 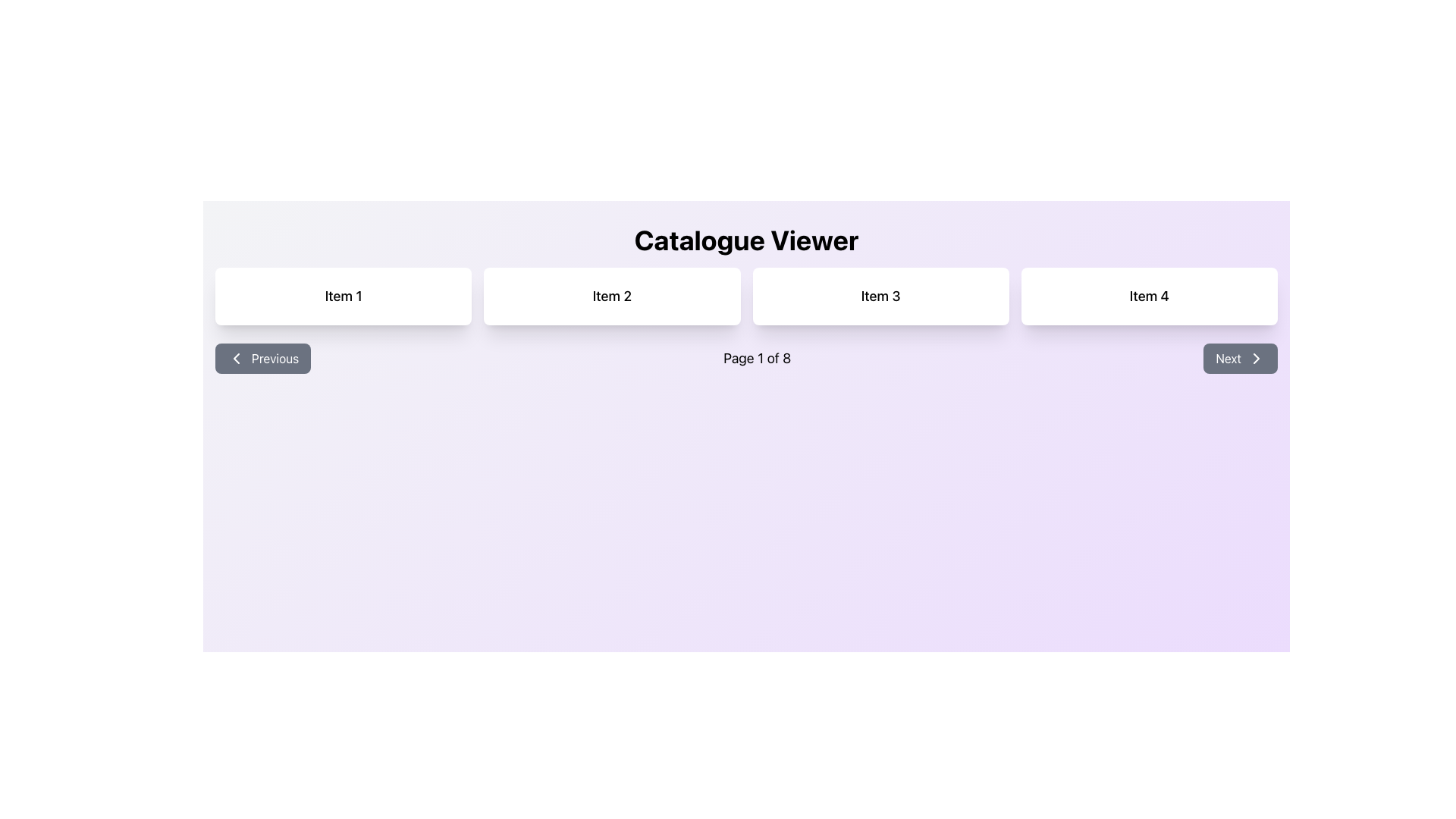 What do you see at coordinates (1256, 359) in the screenshot?
I see `the 'Next' button icon that indicates navigation to the next set of items in the paginated view, located at the bottom-right corner of the interface` at bounding box center [1256, 359].